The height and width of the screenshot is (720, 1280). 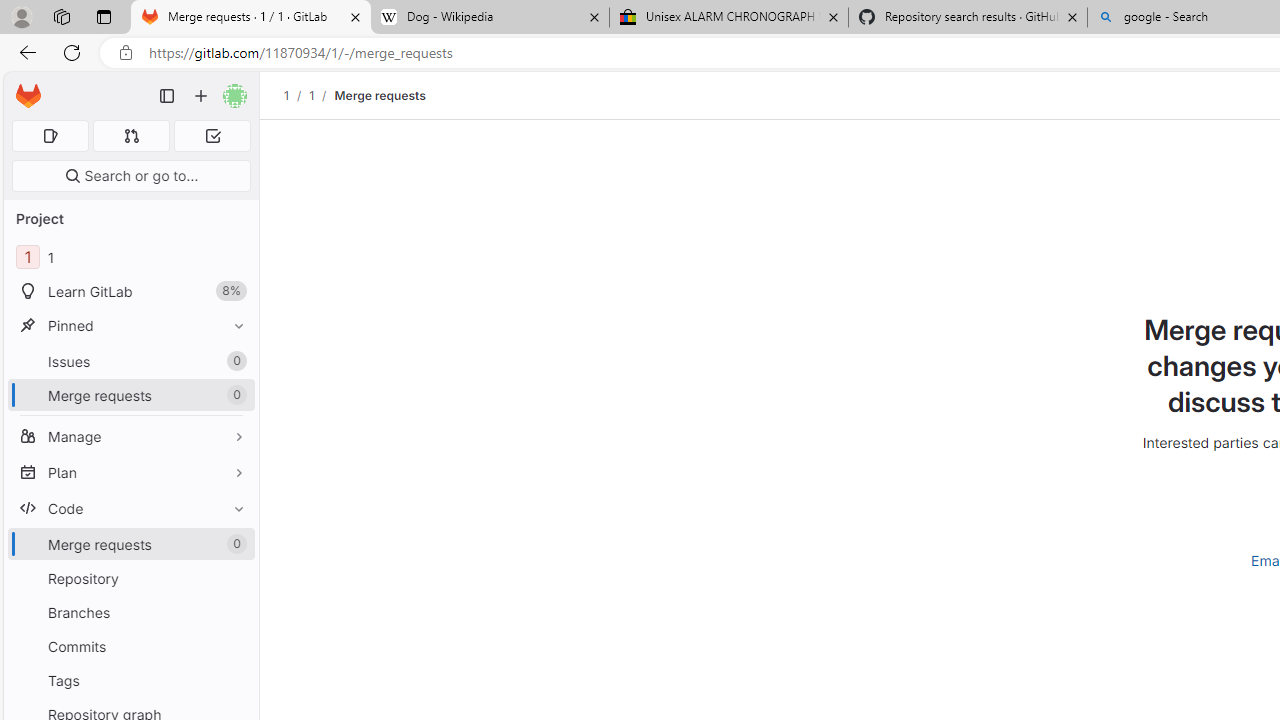 What do you see at coordinates (201, 96) in the screenshot?
I see `'Create new...'` at bounding box center [201, 96].